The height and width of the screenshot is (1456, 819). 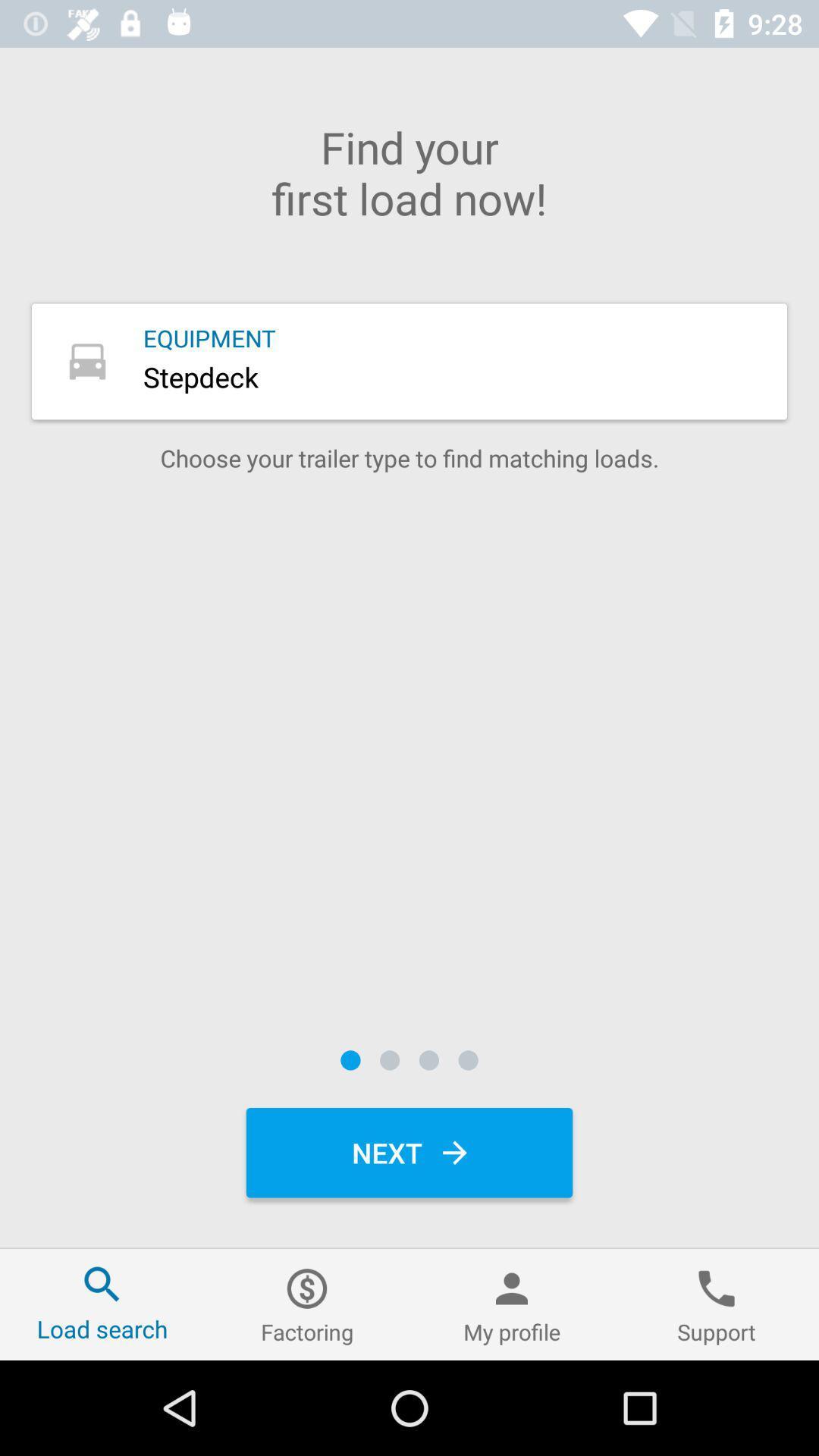 What do you see at coordinates (409, 360) in the screenshot?
I see `equipment button` at bounding box center [409, 360].